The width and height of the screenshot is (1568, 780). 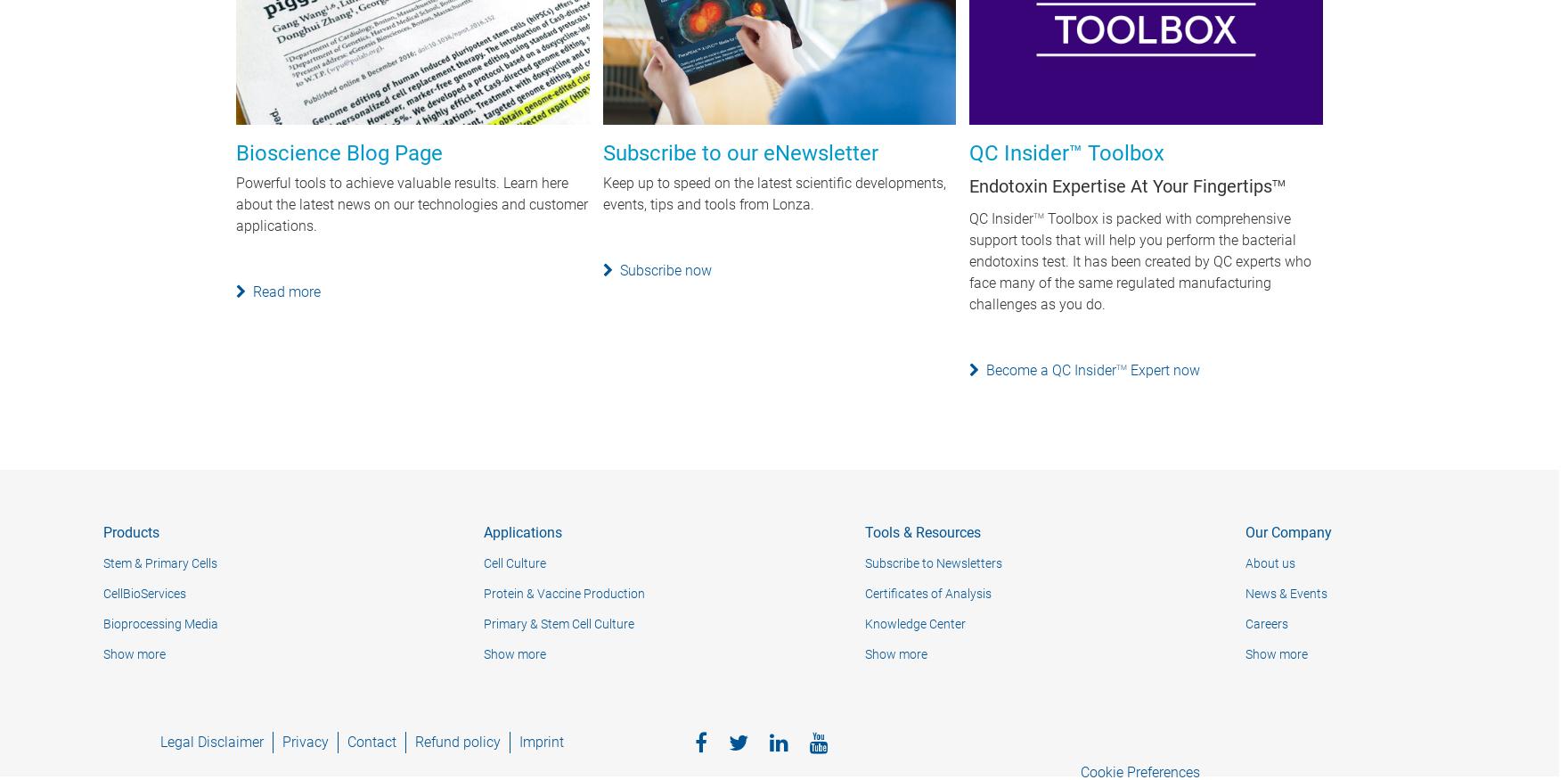 I want to click on 'Our Company', so click(x=1288, y=532).